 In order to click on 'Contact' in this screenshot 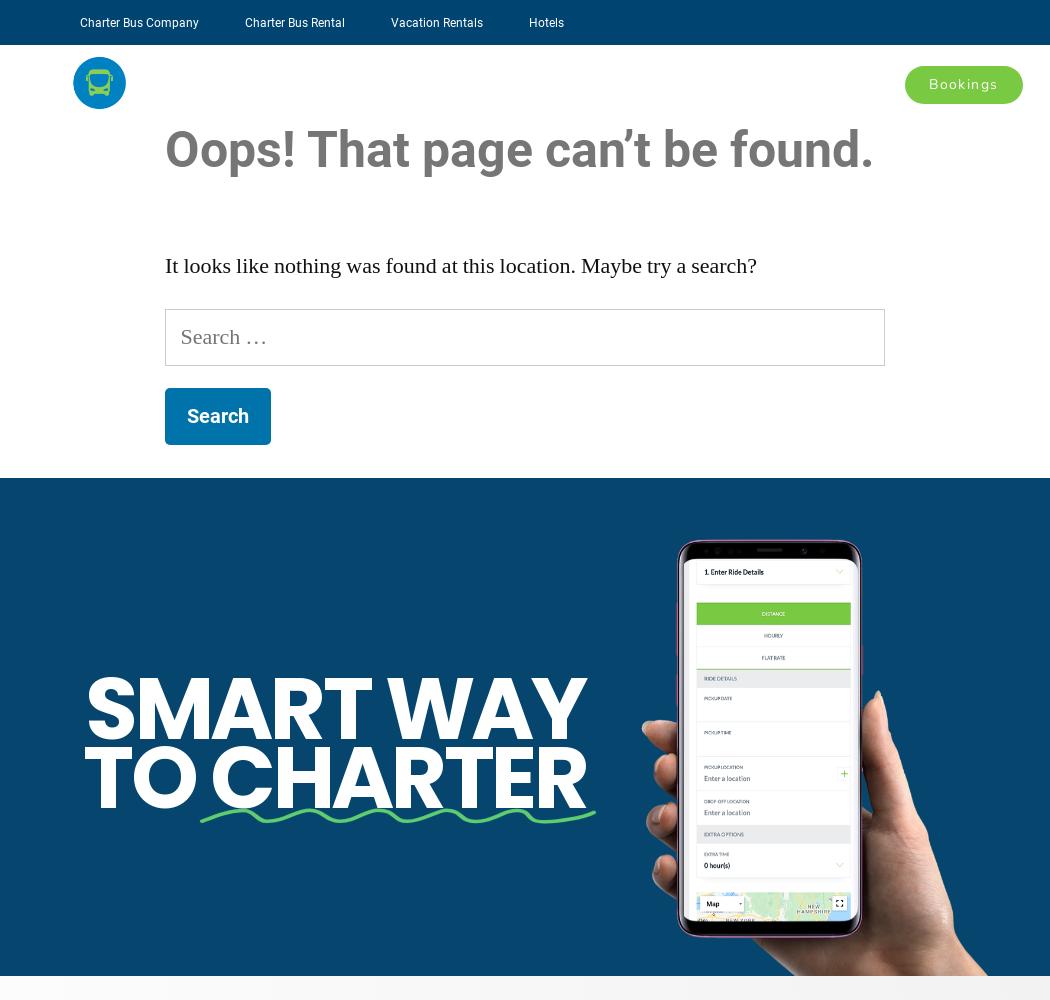, I will do `click(859, 82)`.